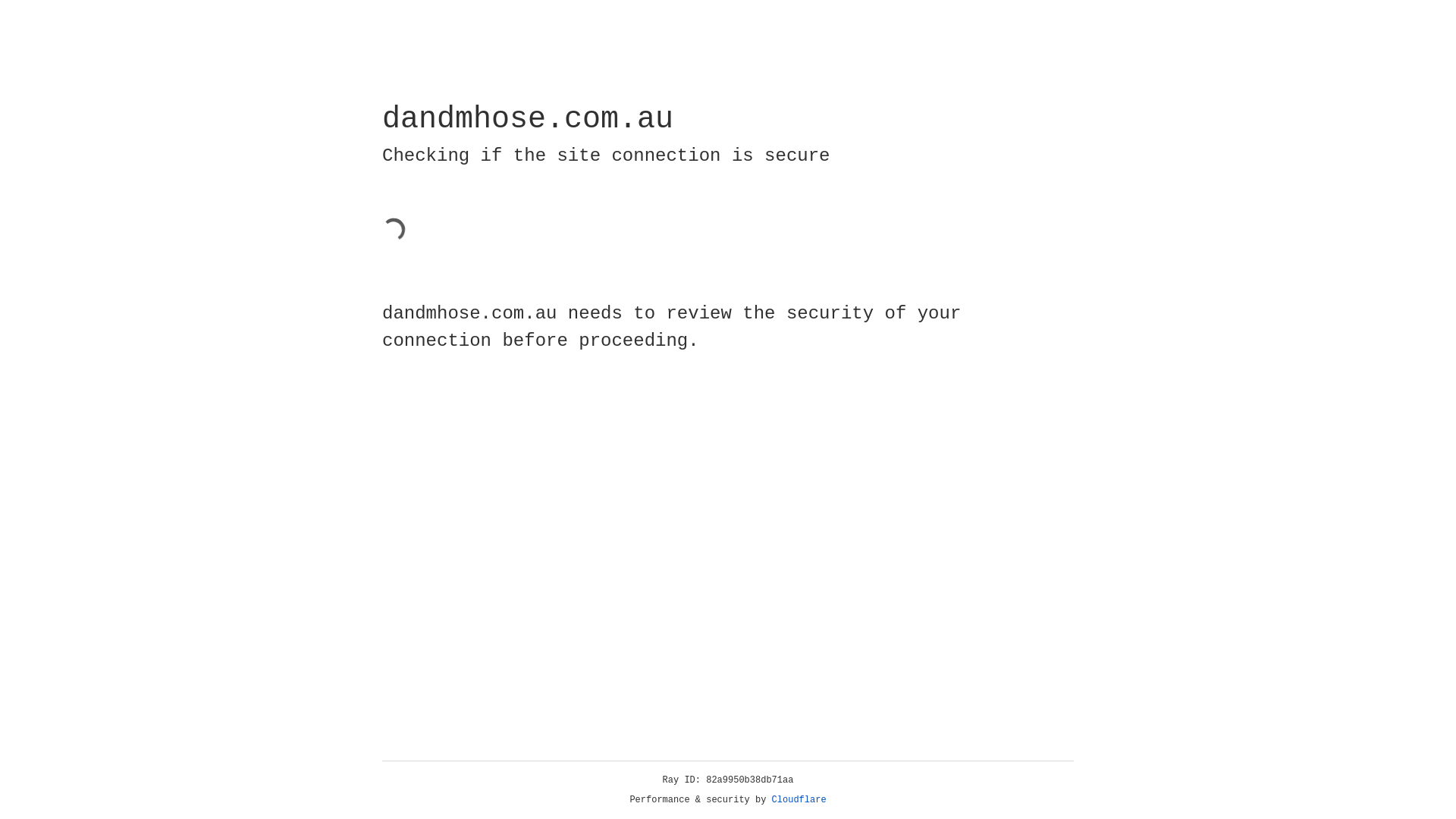  Describe the element at coordinates (771, 799) in the screenshot. I see `'Cloudflare'` at that location.